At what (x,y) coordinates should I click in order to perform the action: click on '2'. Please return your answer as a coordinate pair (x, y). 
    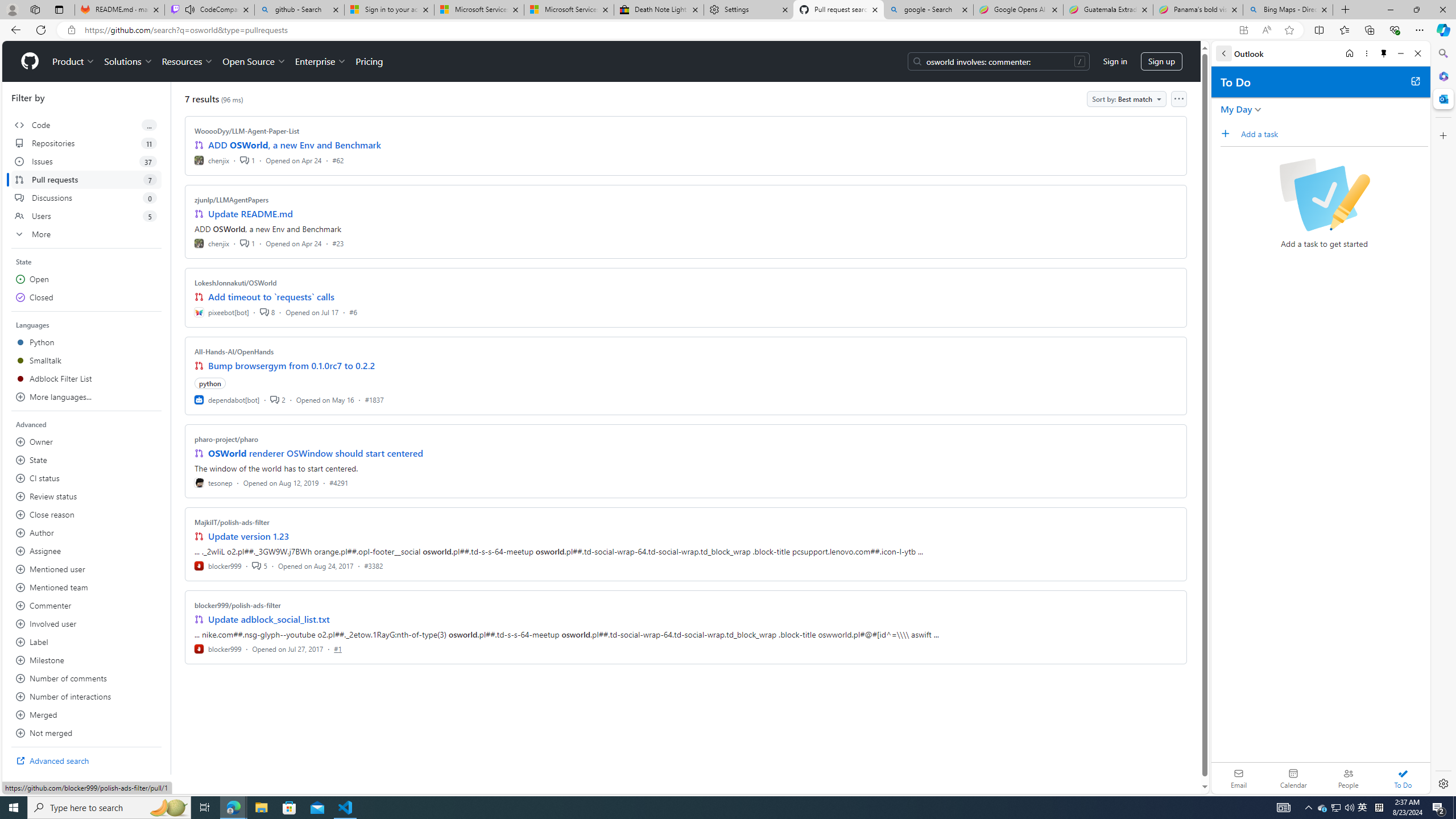
    Looking at the image, I should click on (278, 399).